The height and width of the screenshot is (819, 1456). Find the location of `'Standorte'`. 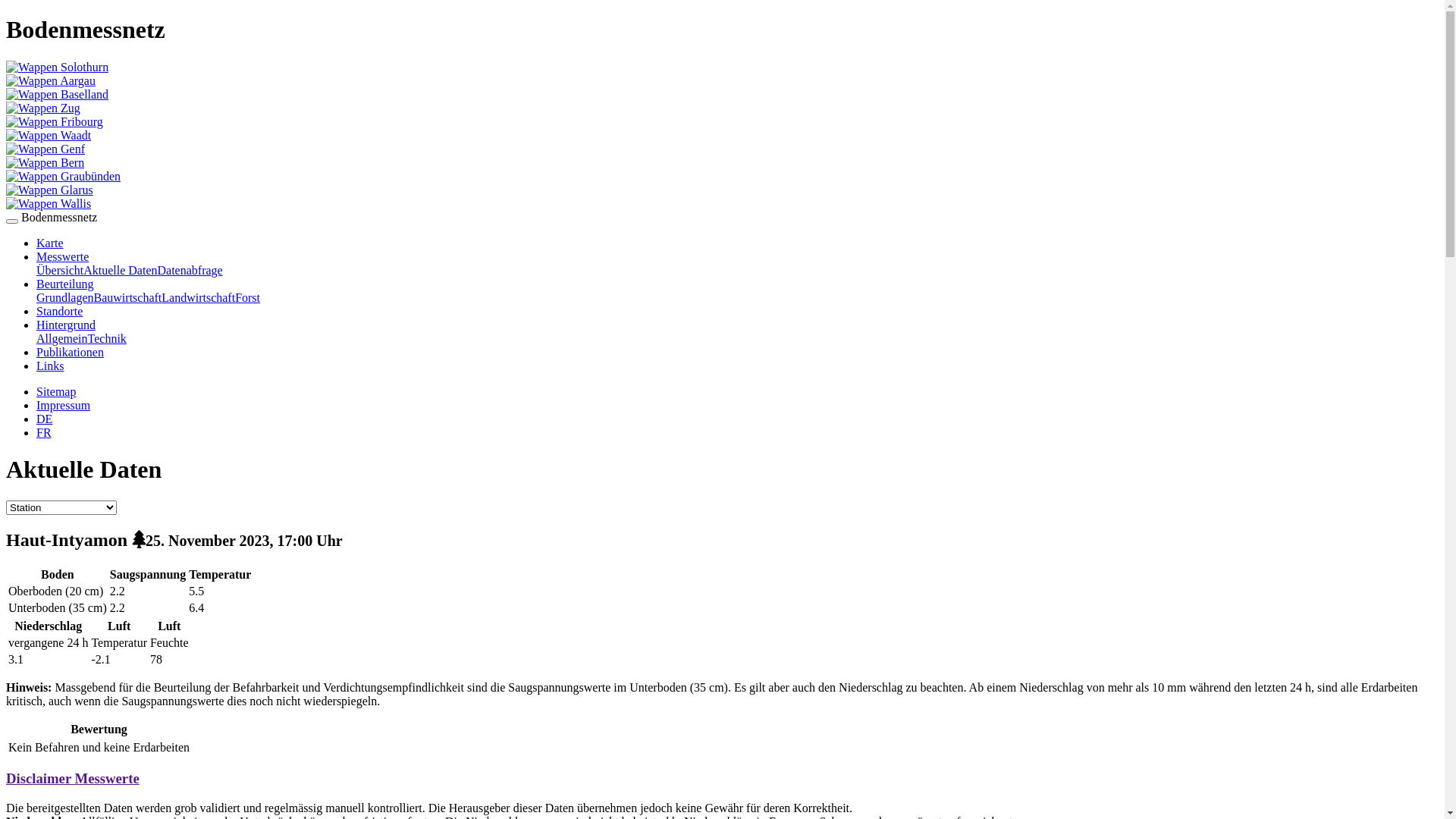

'Standorte' is located at coordinates (59, 310).